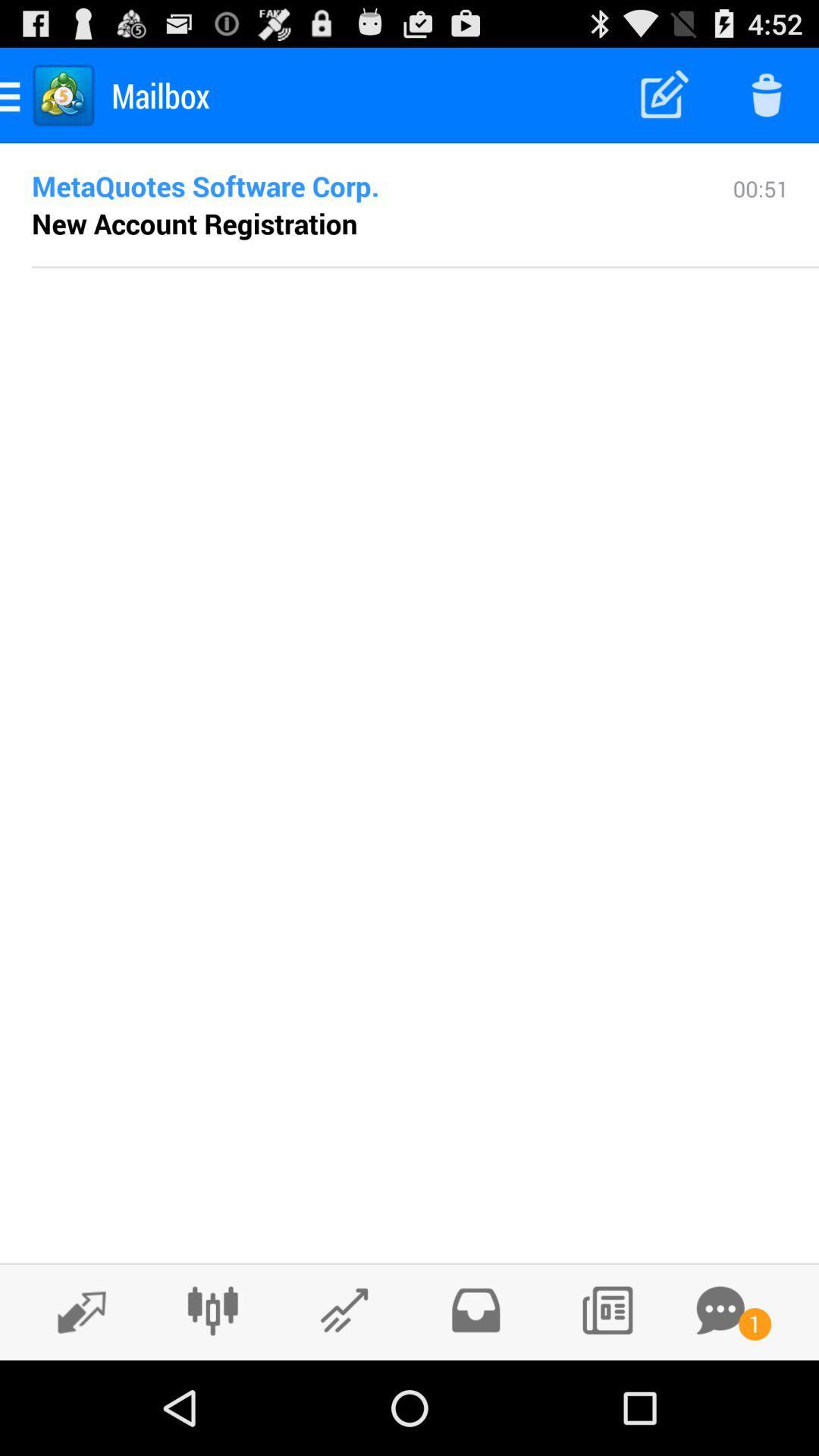 Image resolution: width=819 pixels, height=1456 pixels. What do you see at coordinates (761, 218) in the screenshot?
I see `icon to the right of the metaquotes software corp.` at bounding box center [761, 218].